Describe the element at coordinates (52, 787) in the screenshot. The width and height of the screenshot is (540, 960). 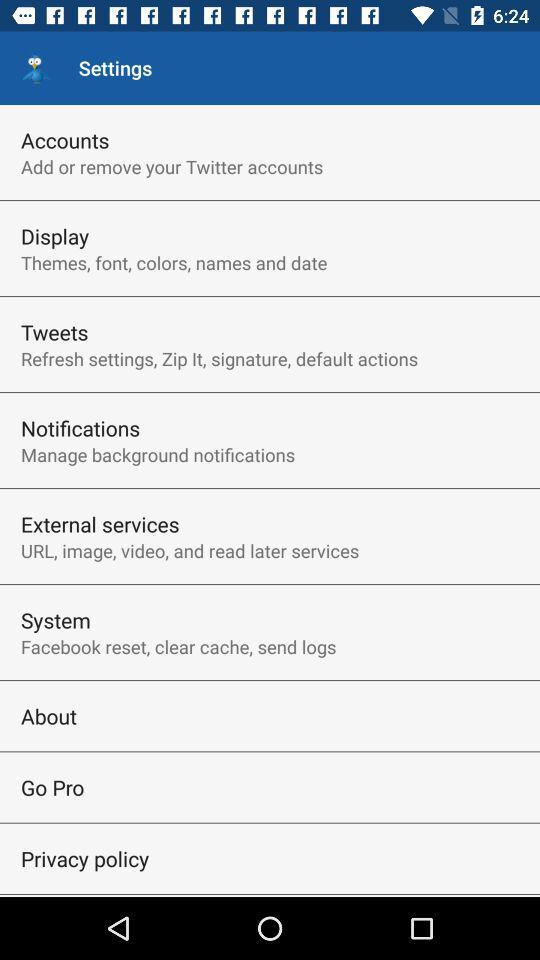
I see `icon above the privacy policy item` at that location.